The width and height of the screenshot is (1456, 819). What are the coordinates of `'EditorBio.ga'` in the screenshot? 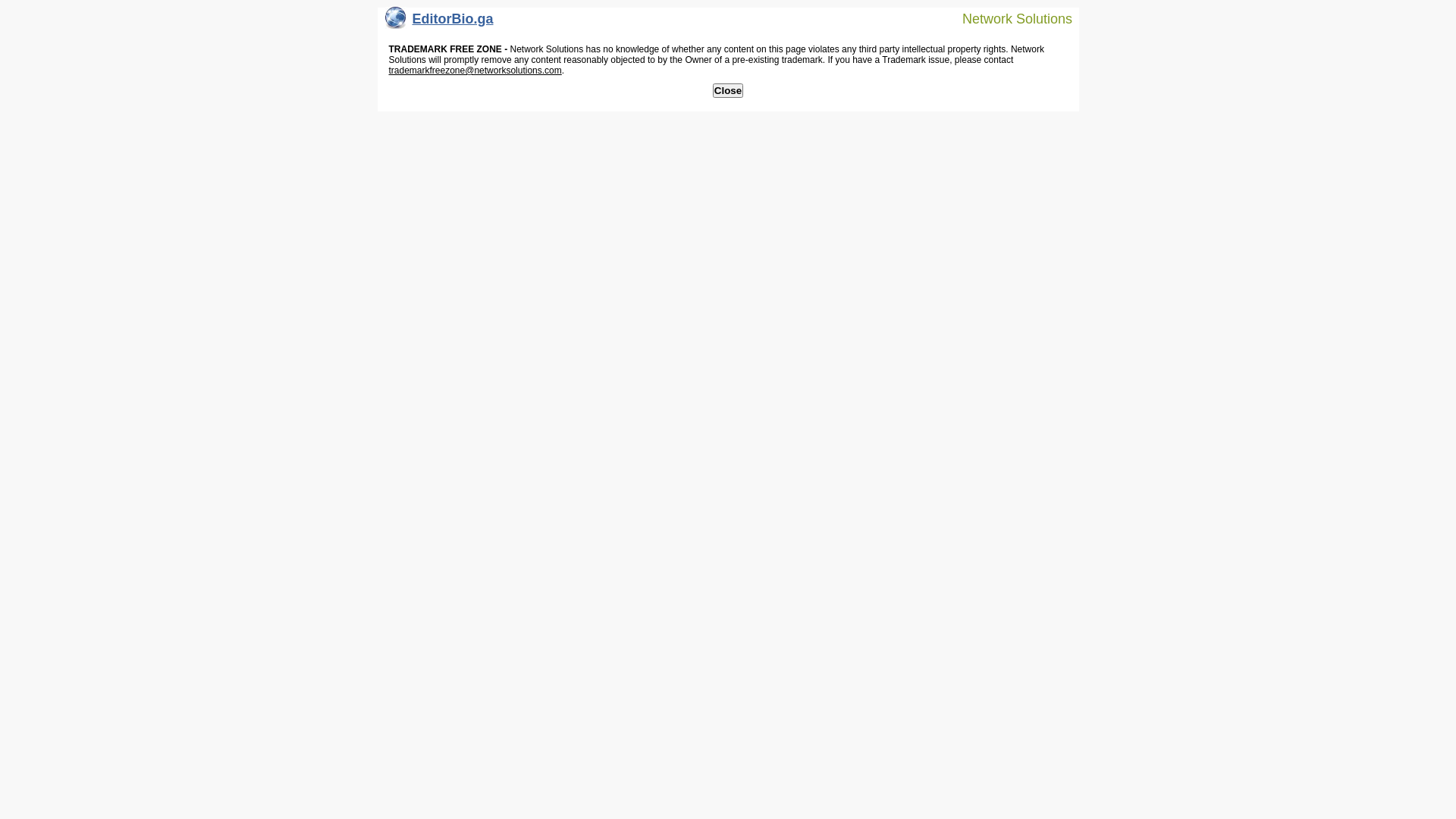 It's located at (385, 22).